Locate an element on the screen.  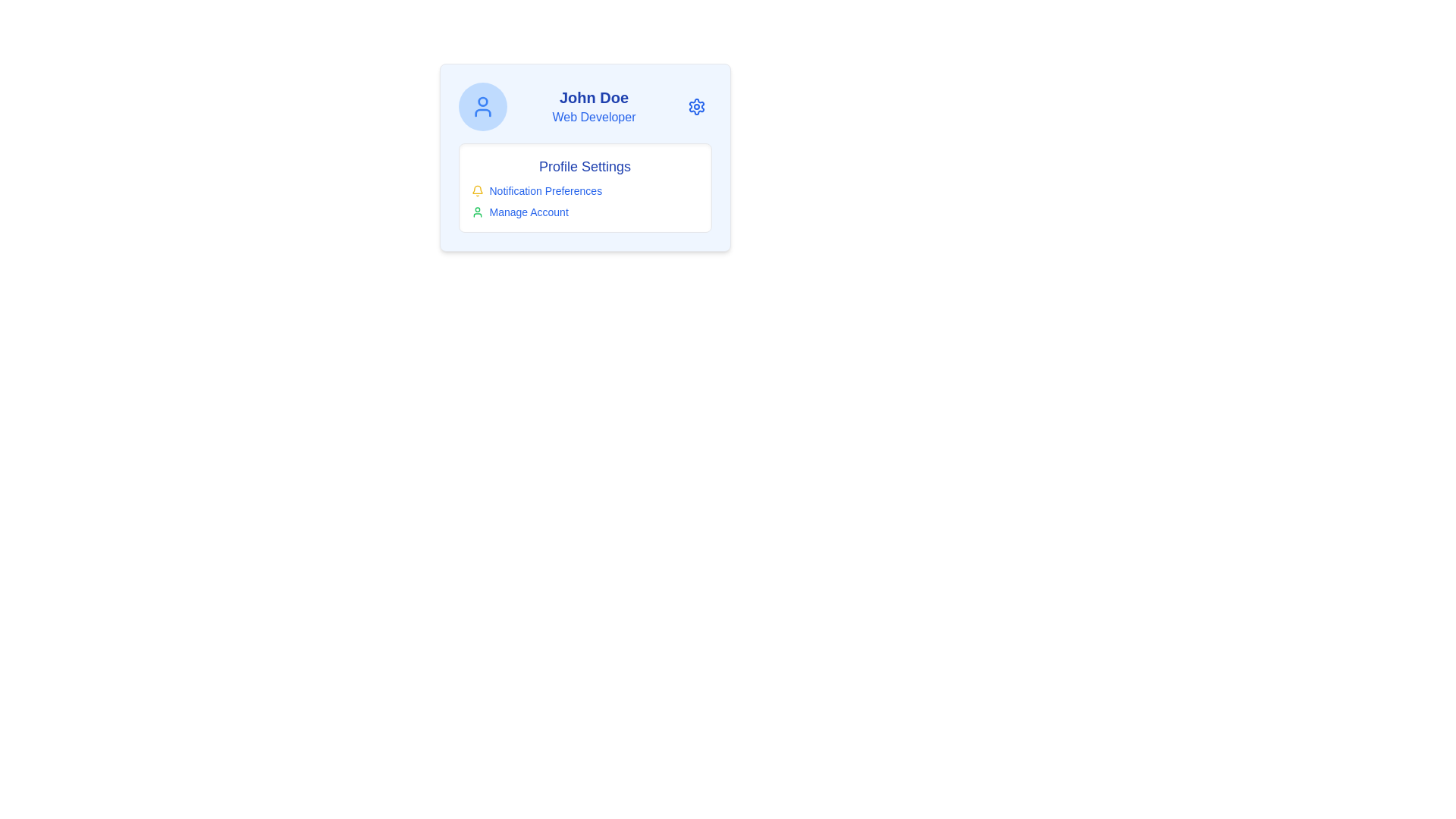
the 'Notification Preferences' link, which is a clickable text link styled in smaller blue font with a yellow bell icon on its left, located in the middle section of the 'Profile Settings' box is located at coordinates (584, 201).